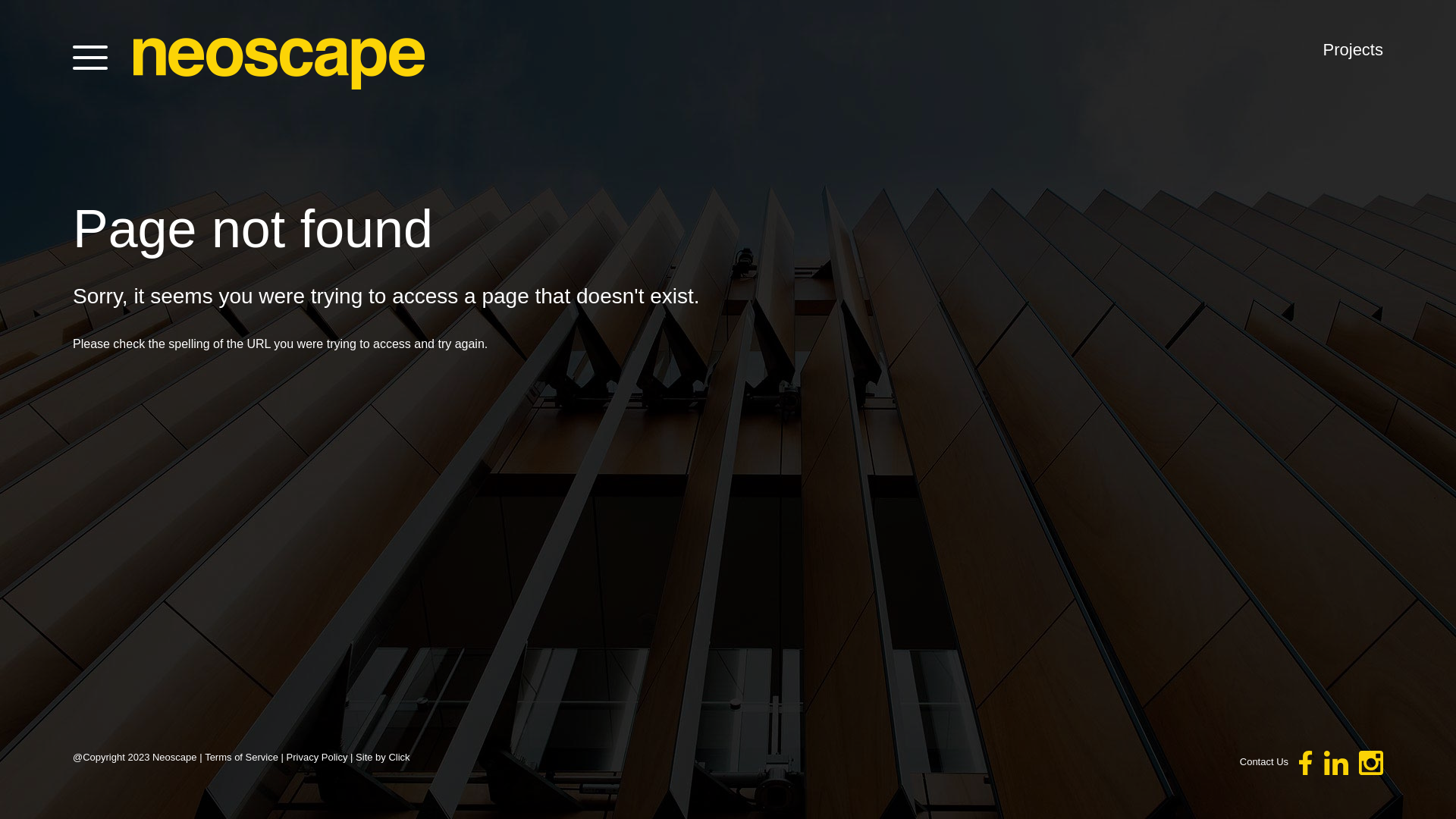 The height and width of the screenshot is (819, 1456). What do you see at coordinates (316, 757) in the screenshot?
I see `'Privacy Policy'` at bounding box center [316, 757].